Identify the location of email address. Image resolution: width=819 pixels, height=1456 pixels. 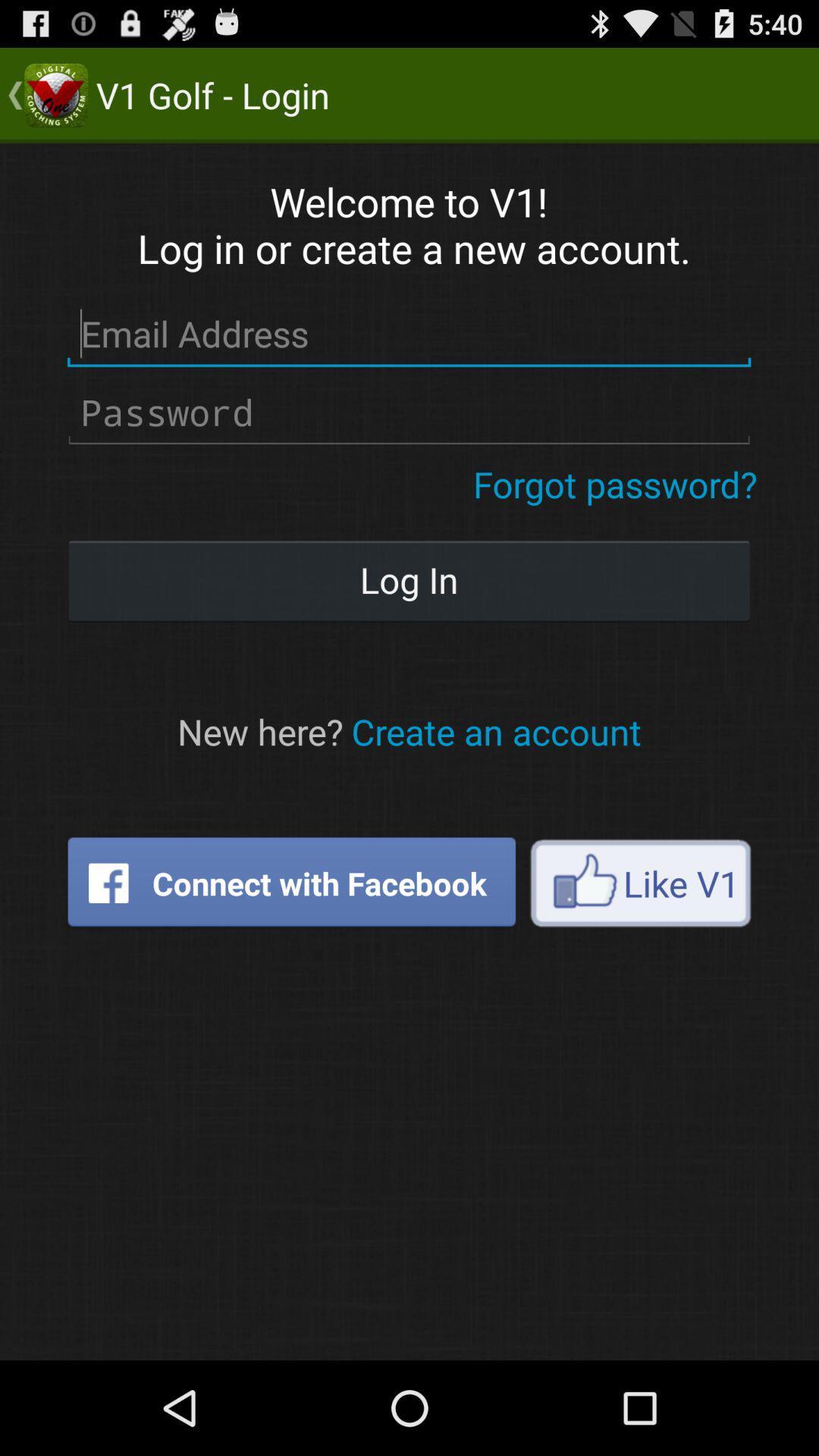
(408, 334).